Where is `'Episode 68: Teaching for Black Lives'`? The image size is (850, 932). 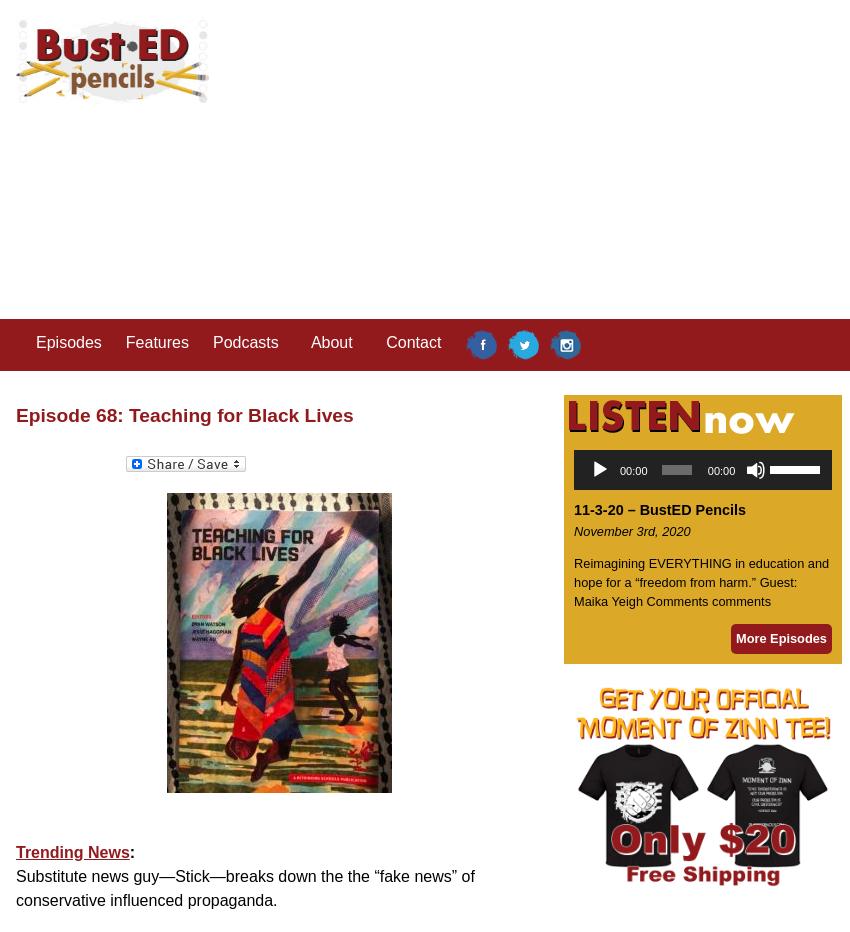
'Episode 68: Teaching for Black Lives' is located at coordinates (14, 415).